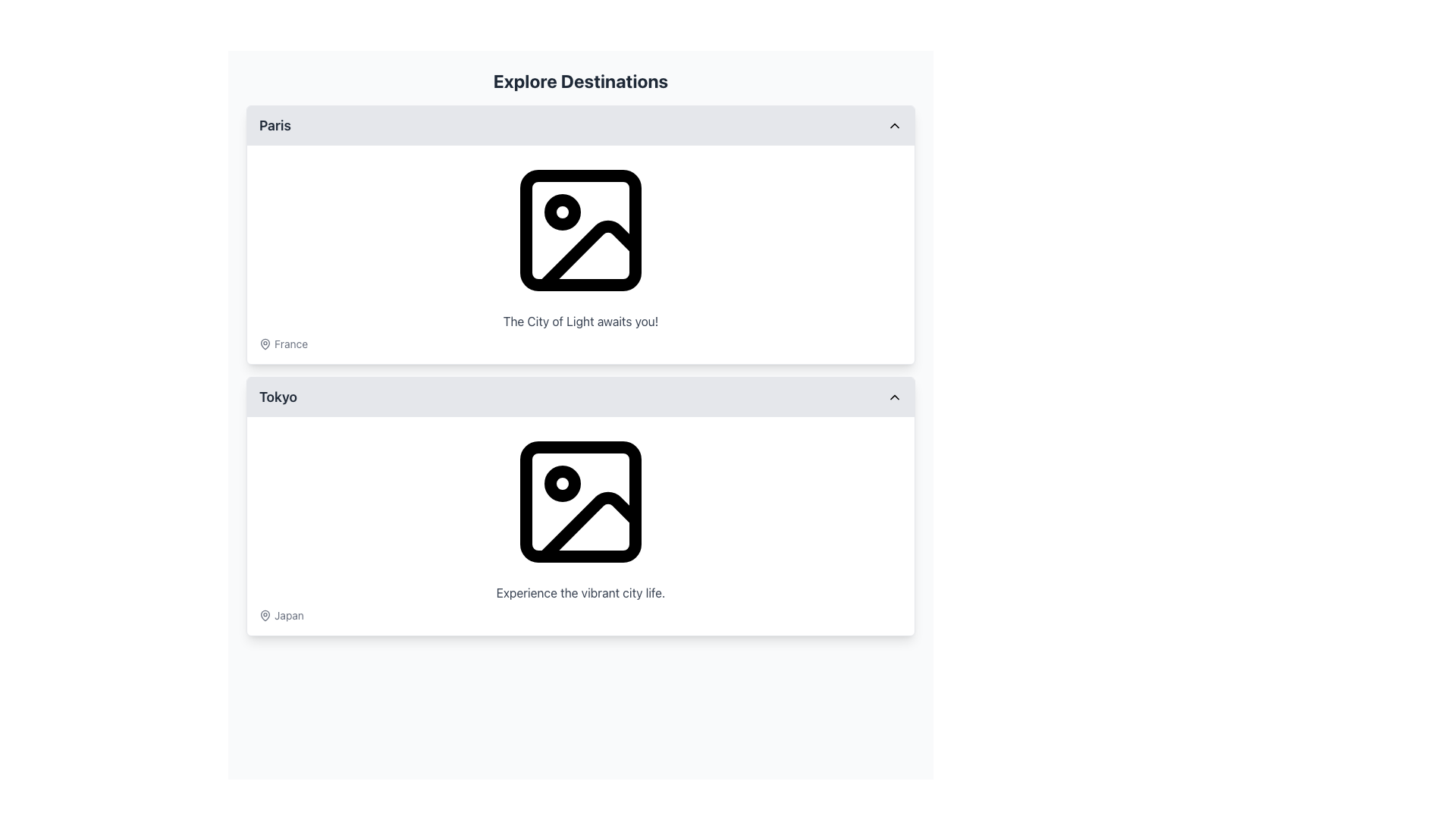  Describe the element at coordinates (562, 212) in the screenshot. I see `the small circular dot located within the top-left area of the framed picture icon in the card labeled 'Paris'` at that location.